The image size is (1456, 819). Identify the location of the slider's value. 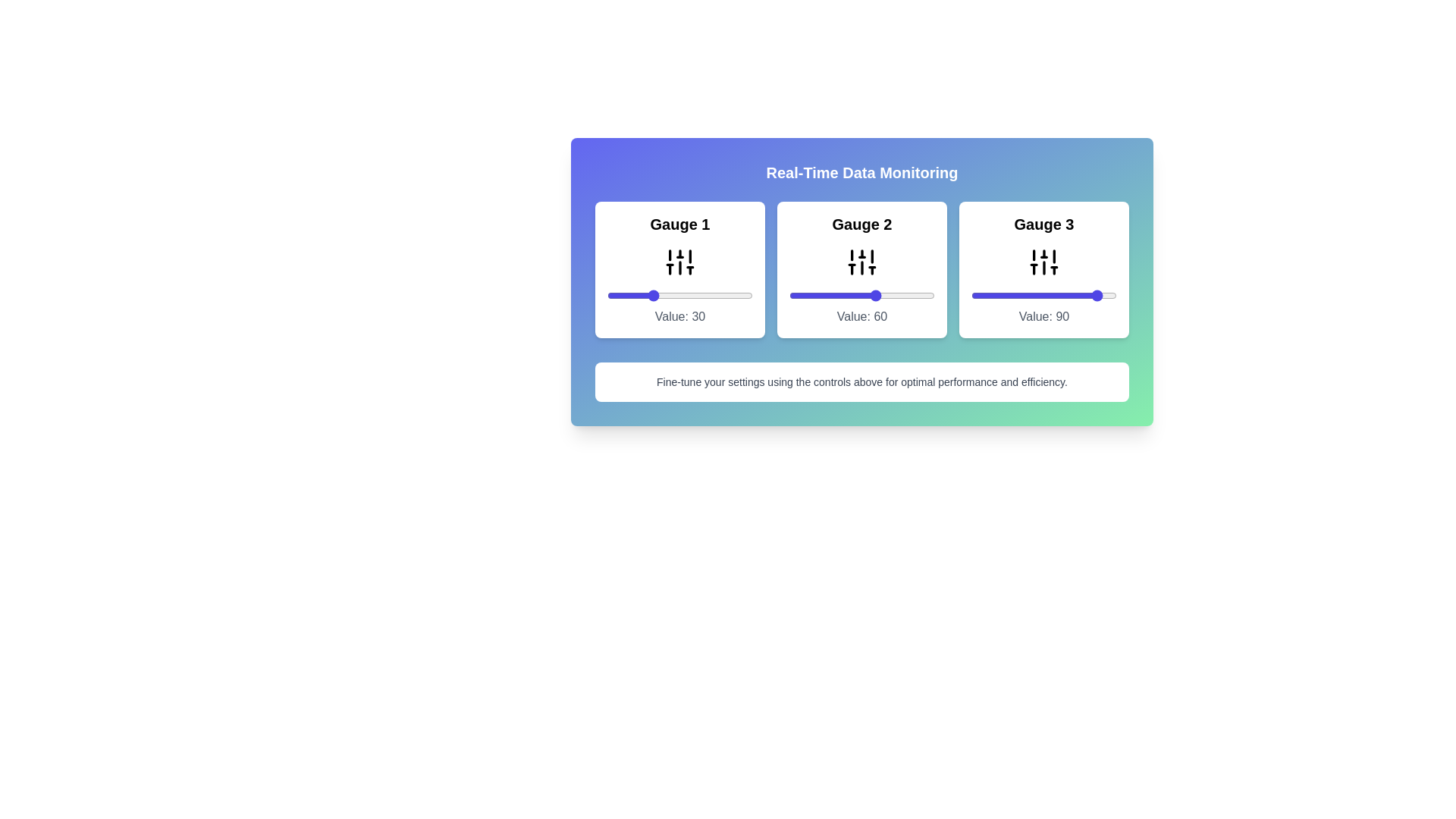
(1056, 295).